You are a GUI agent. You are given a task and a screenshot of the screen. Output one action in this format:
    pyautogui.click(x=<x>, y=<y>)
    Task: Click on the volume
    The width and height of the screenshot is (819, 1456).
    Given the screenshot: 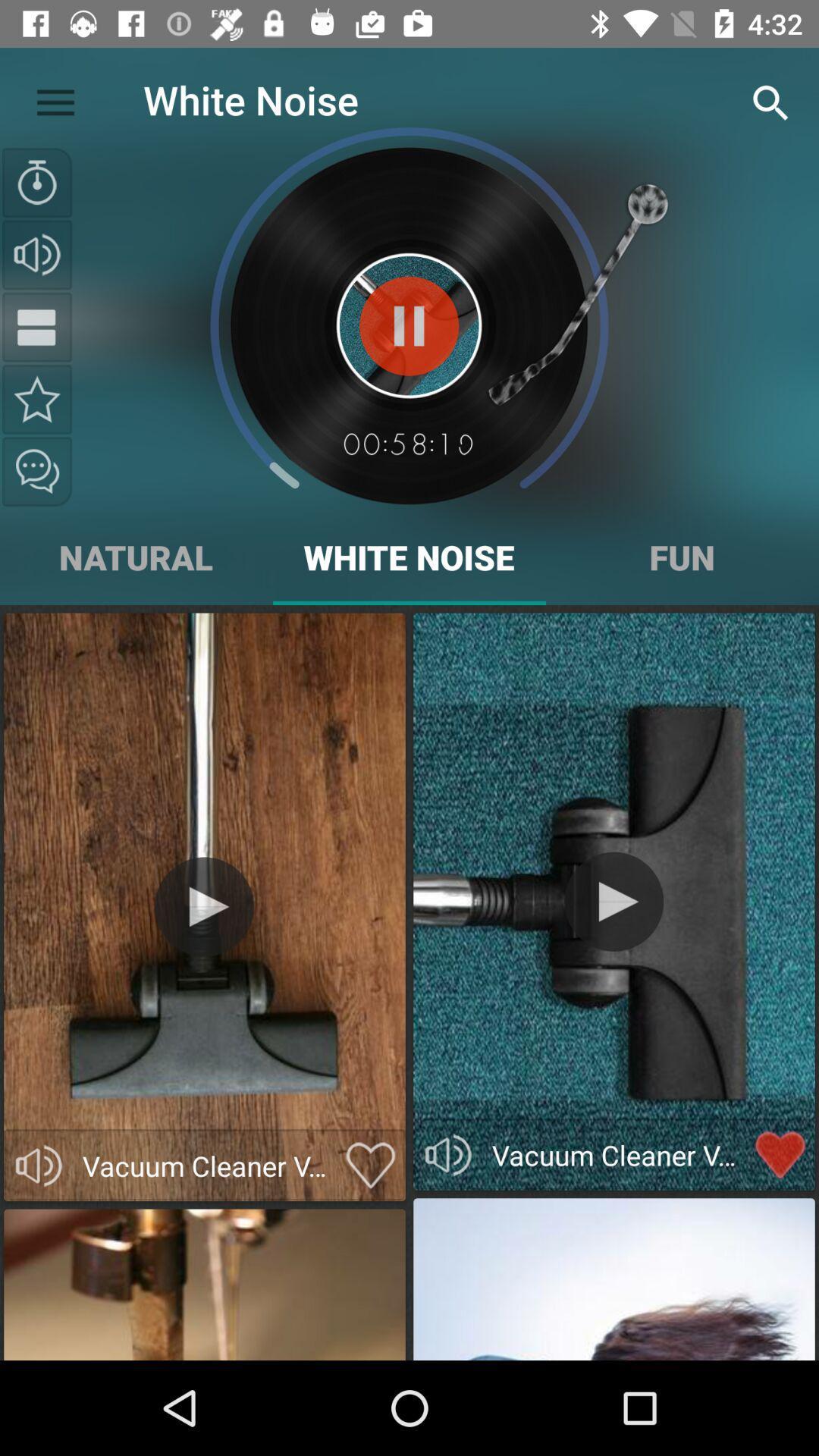 What is the action you would take?
    pyautogui.click(x=38, y=1165)
    